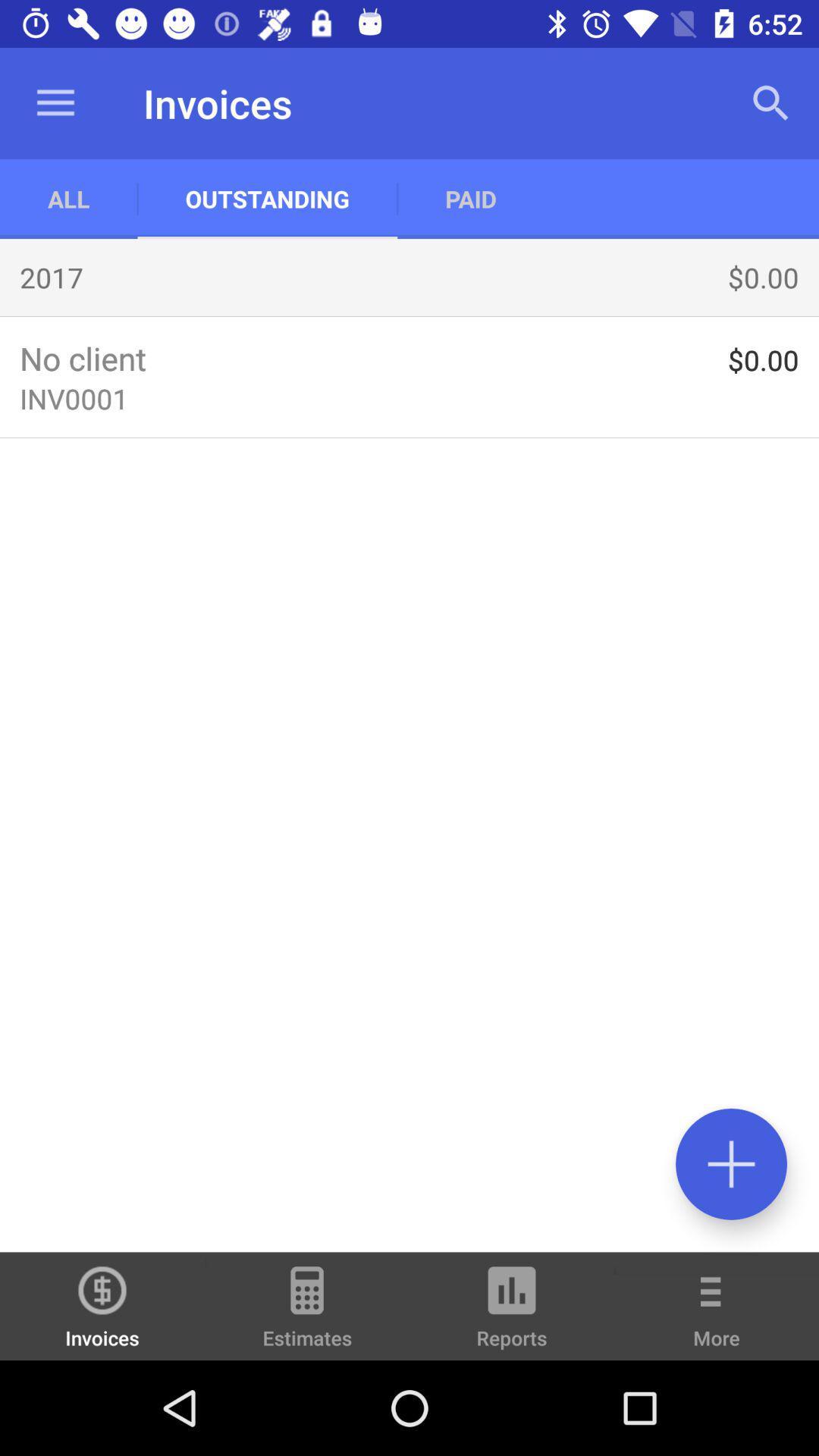 The height and width of the screenshot is (1456, 819). Describe the element at coordinates (771, 102) in the screenshot. I see `app next to paid` at that location.